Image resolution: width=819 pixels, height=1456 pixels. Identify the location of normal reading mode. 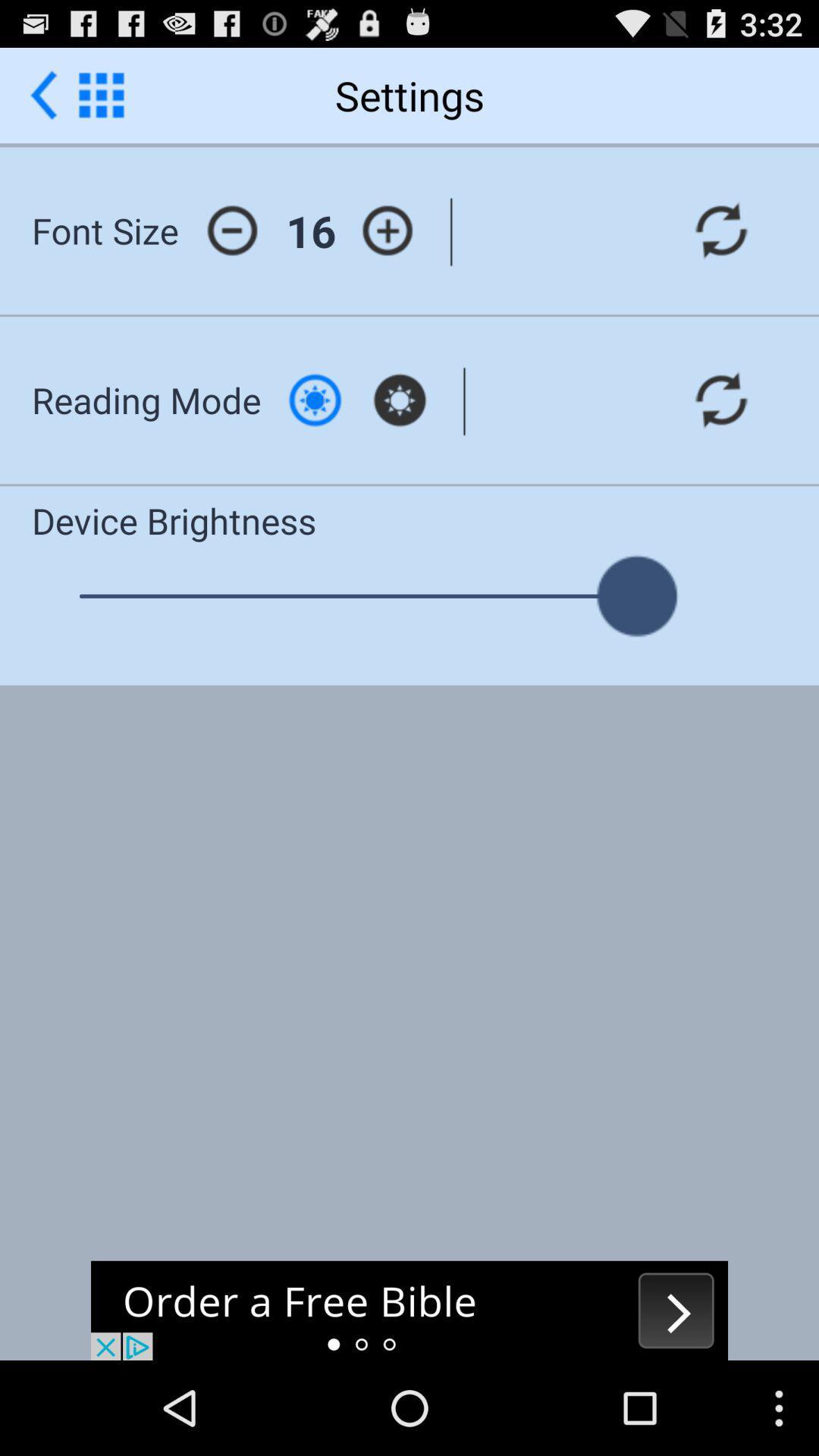
(314, 400).